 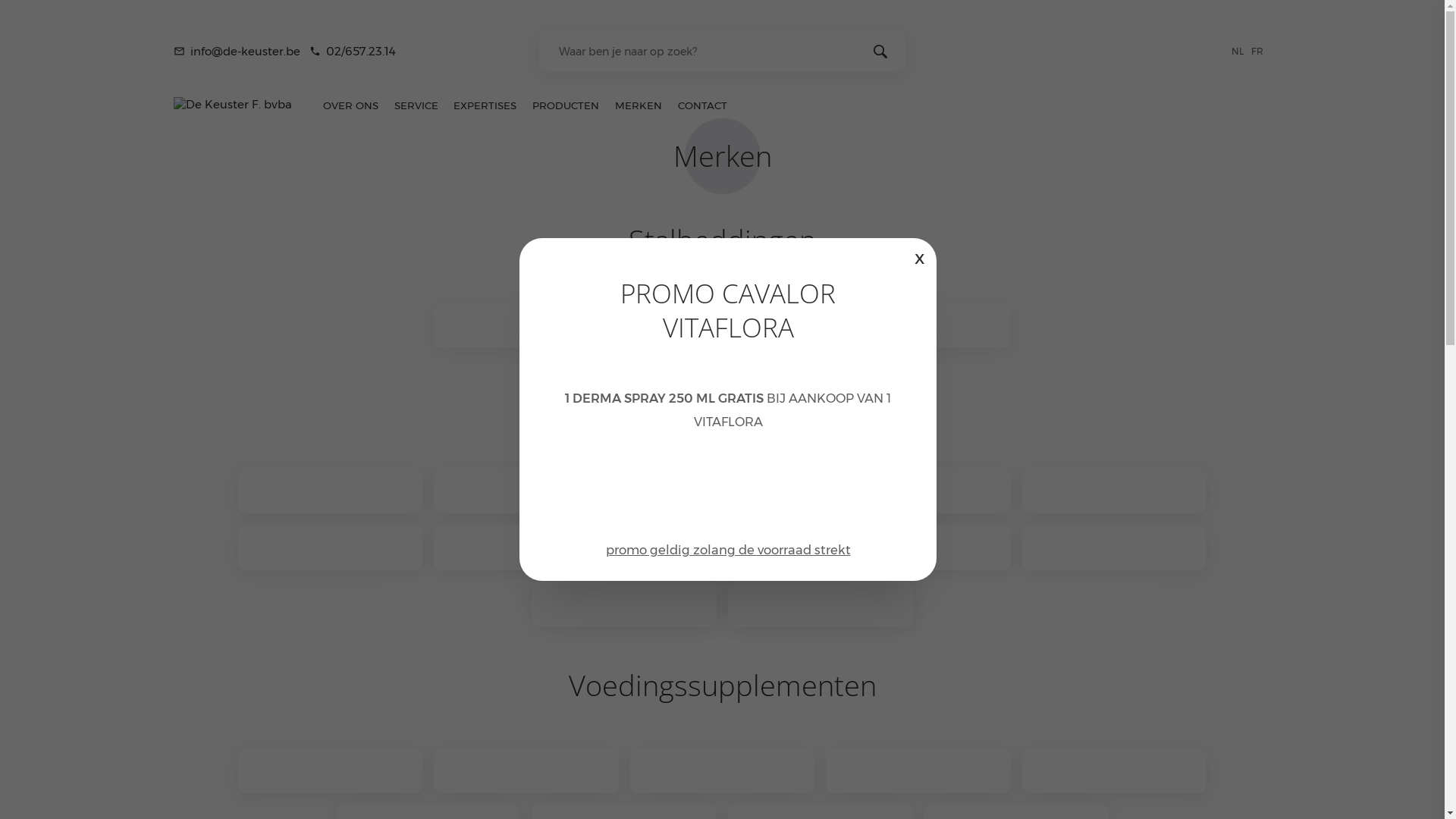 What do you see at coordinates (352, 51) in the screenshot?
I see `'phone` at bounding box center [352, 51].